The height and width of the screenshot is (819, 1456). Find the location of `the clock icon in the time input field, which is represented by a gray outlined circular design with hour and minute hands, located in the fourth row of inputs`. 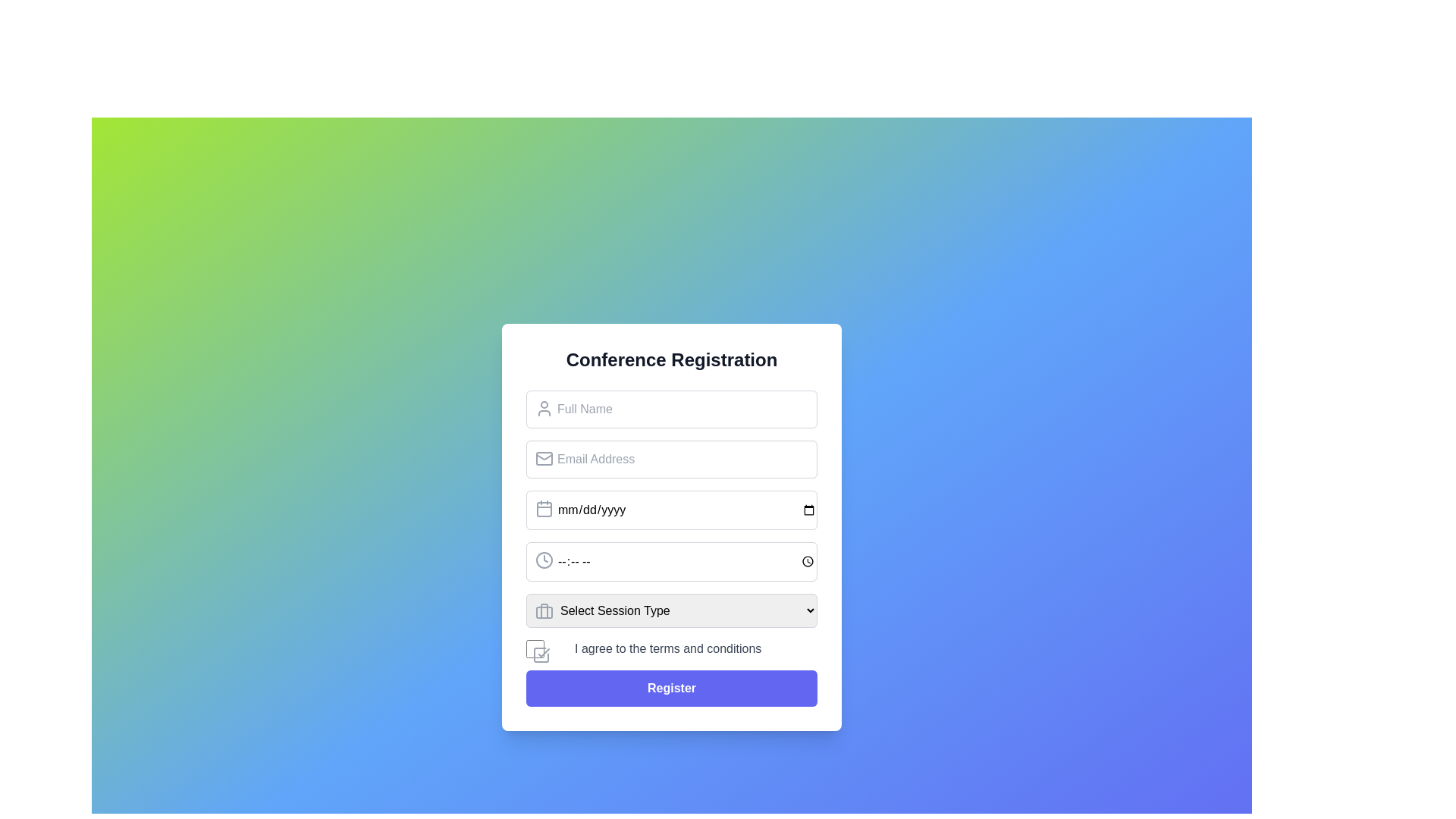

the clock icon in the time input field, which is represented by a gray outlined circular design with hour and minute hands, located in the fourth row of inputs is located at coordinates (544, 560).